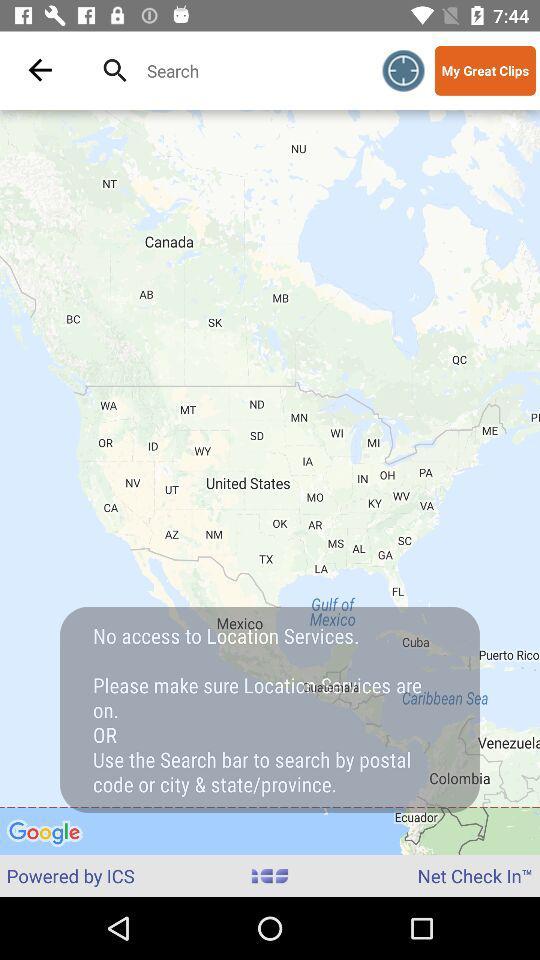 This screenshot has height=960, width=540. What do you see at coordinates (248, 70) in the screenshot?
I see `search function` at bounding box center [248, 70].